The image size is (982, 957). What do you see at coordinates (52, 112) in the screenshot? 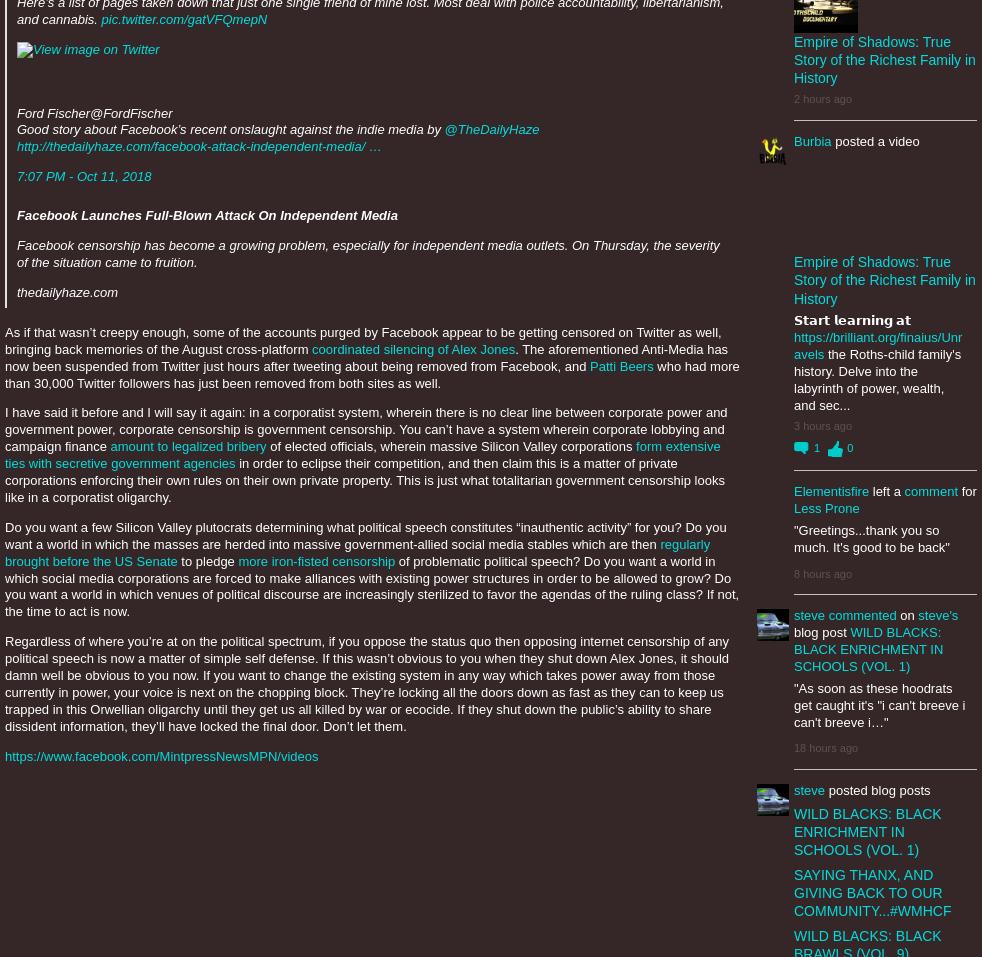
I see `'Ford Fischer'` at bounding box center [52, 112].